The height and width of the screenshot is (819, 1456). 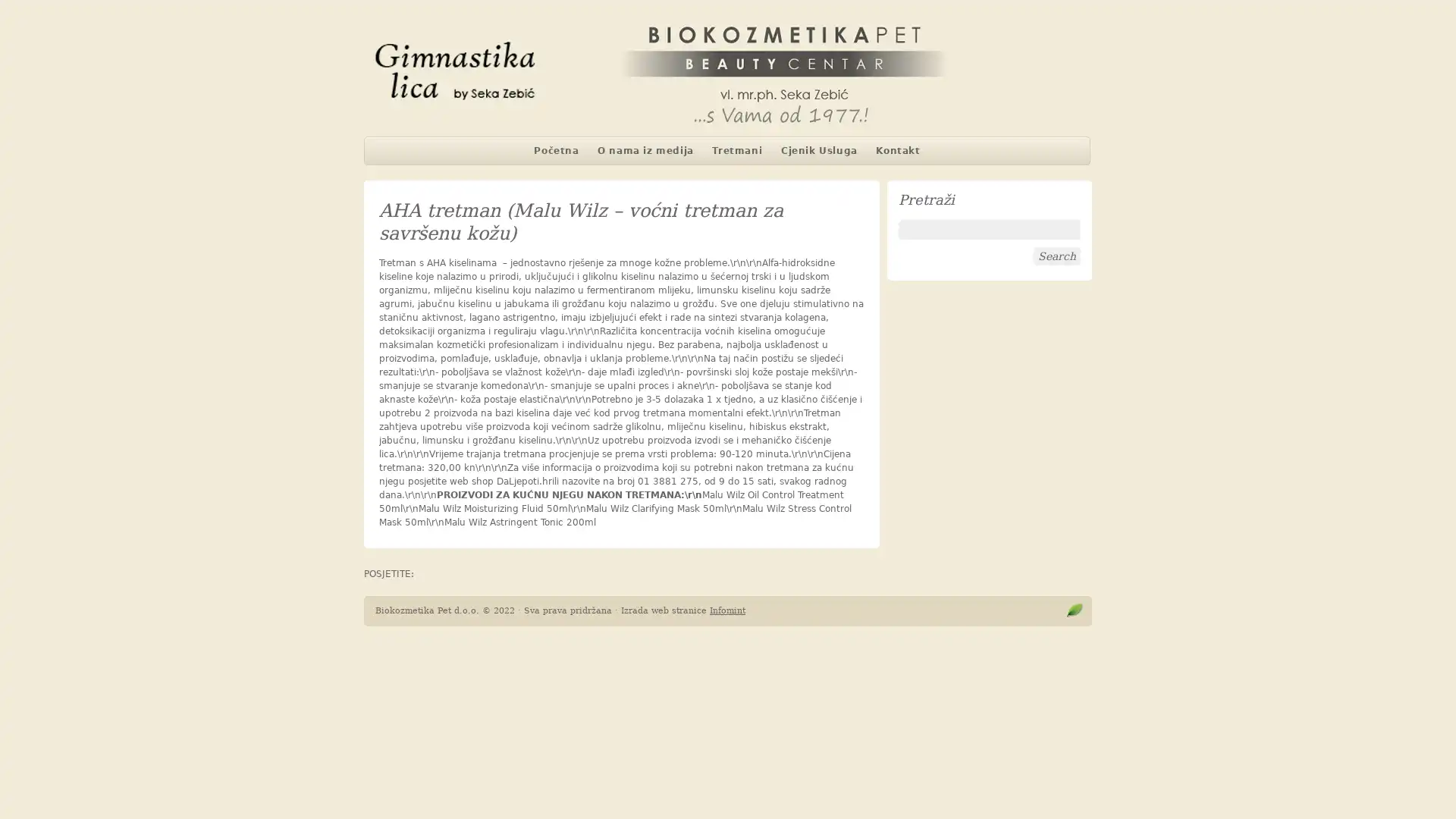 What do you see at coordinates (1056, 256) in the screenshot?
I see `Search` at bounding box center [1056, 256].